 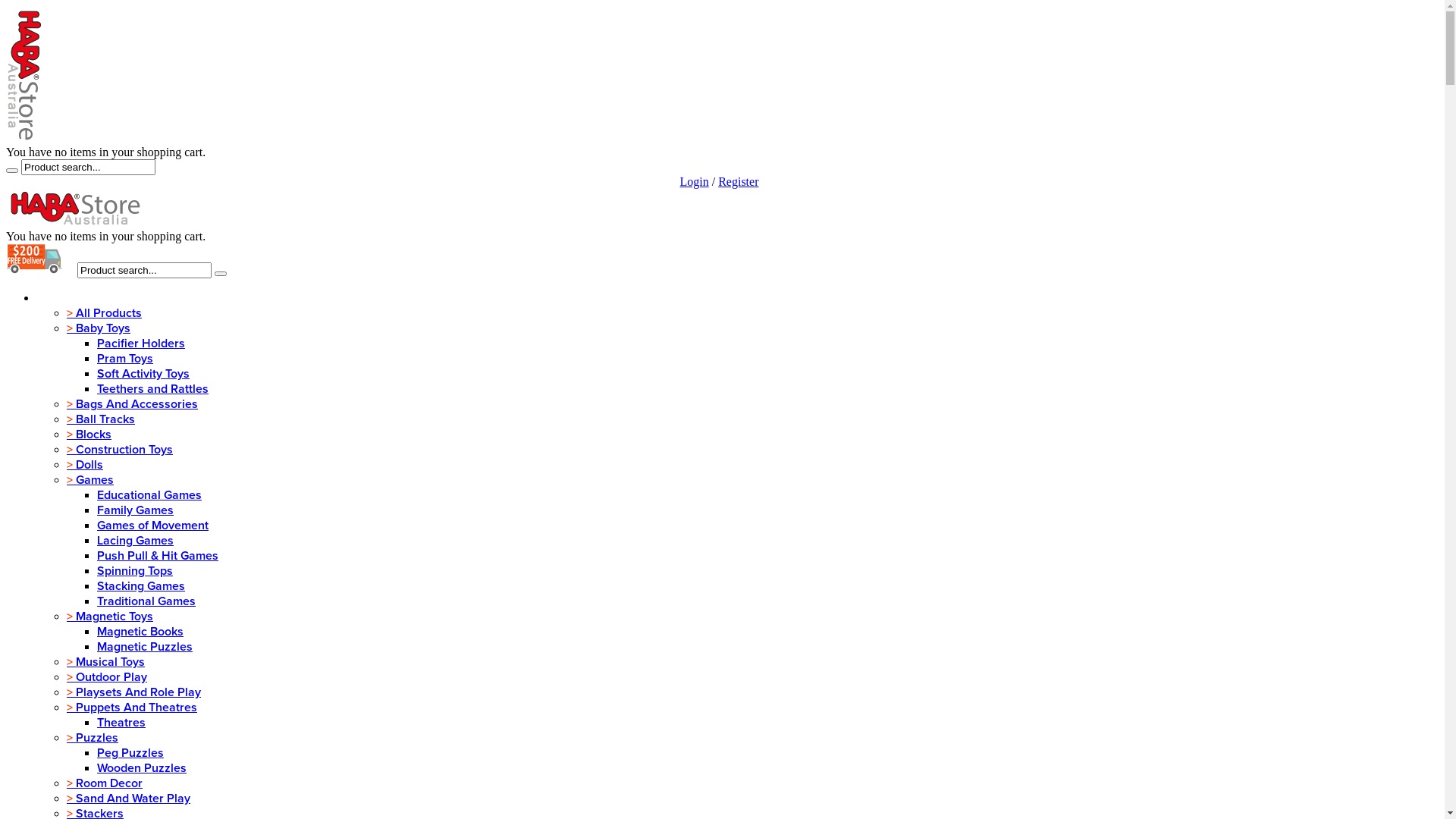 What do you see at coordinates (134, 570) in the screenshot?
I see `'Spinning Tops'` at bounding box center [134, 570].